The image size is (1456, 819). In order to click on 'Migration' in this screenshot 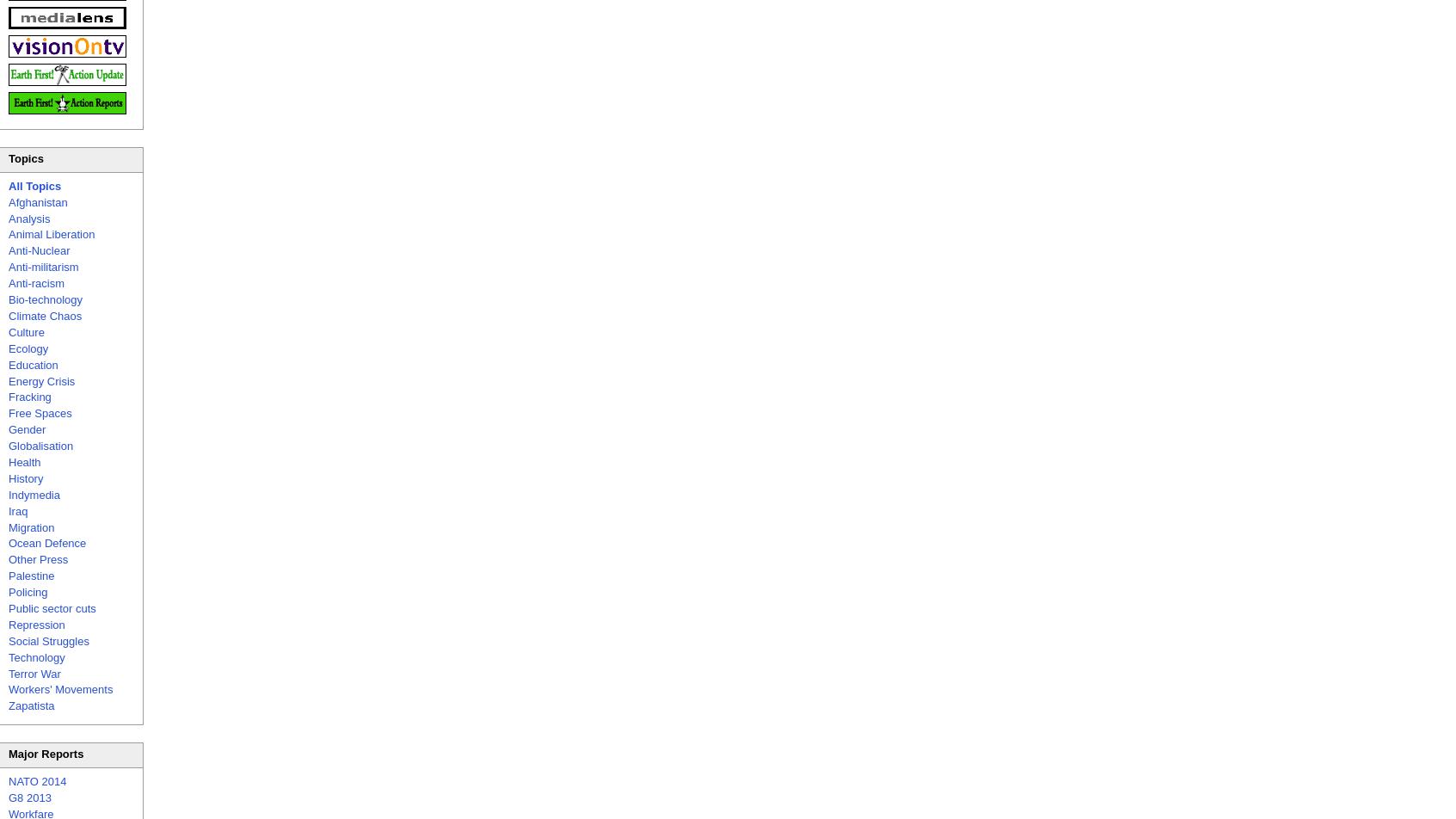, I will do `click(30, 526)`.